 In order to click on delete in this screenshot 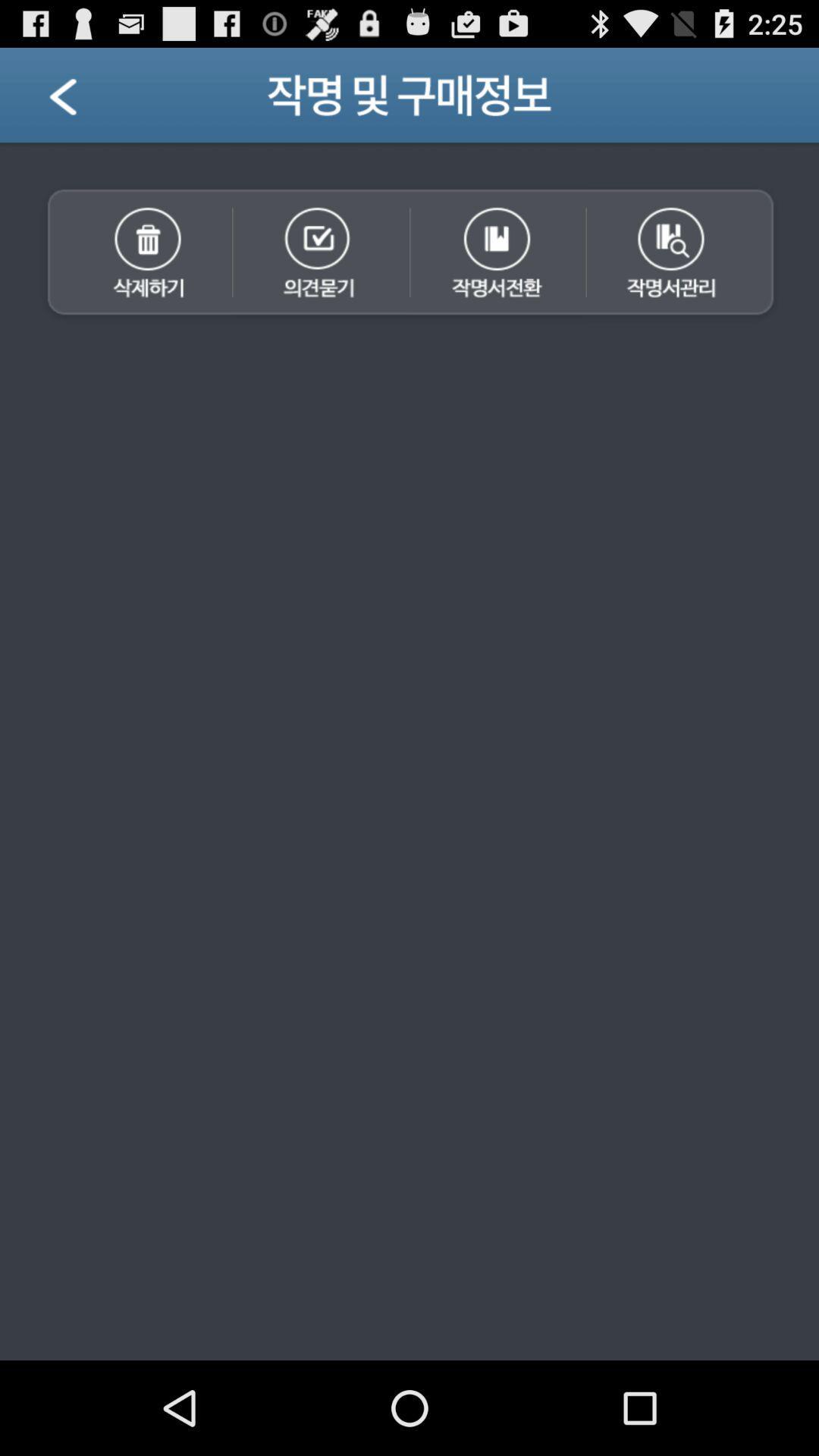, I will do `click(133, 254)`.